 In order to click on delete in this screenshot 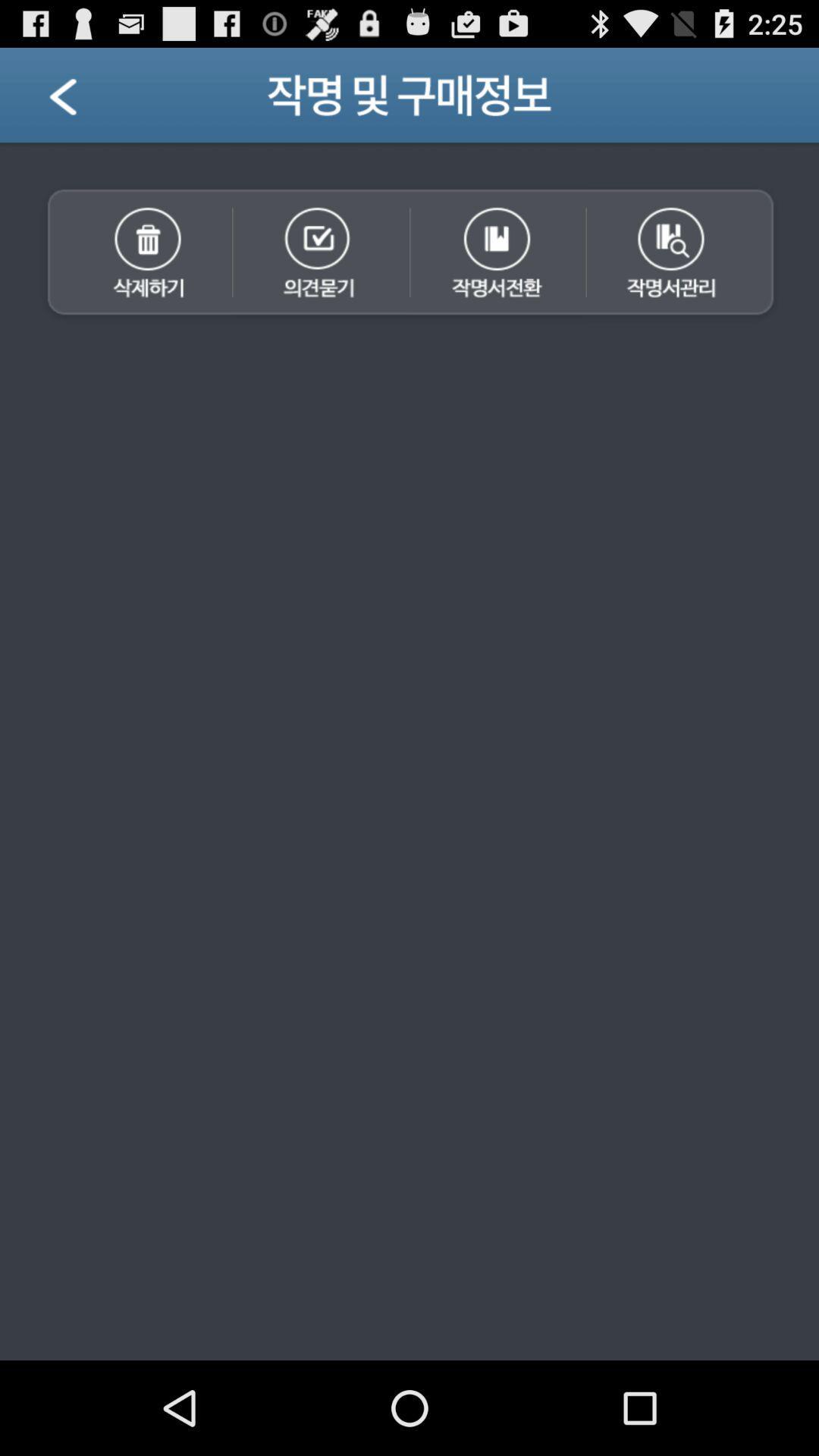, I will do `click(133, 254)`.